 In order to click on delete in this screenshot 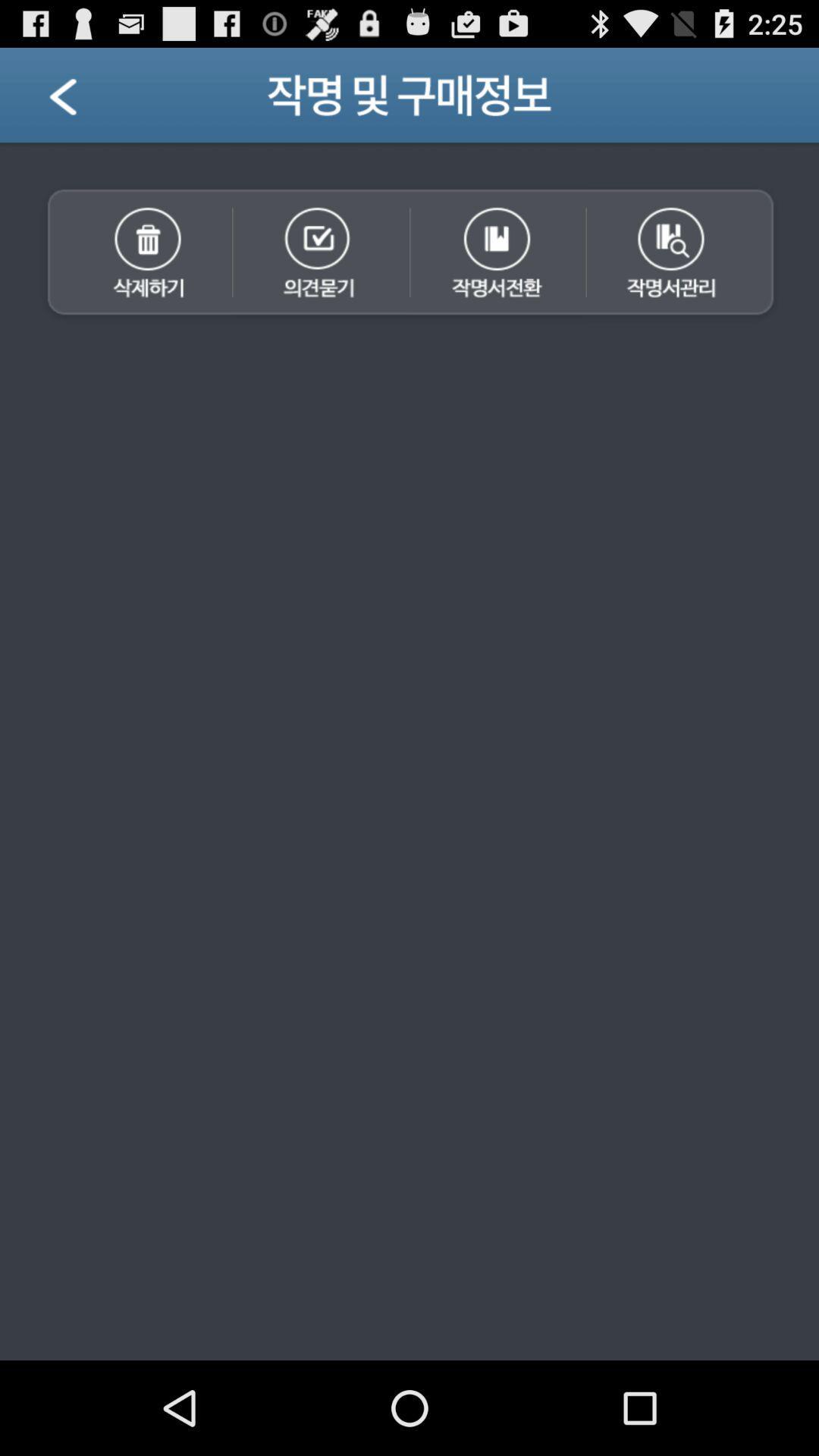, I will do `click(133, 254)`.